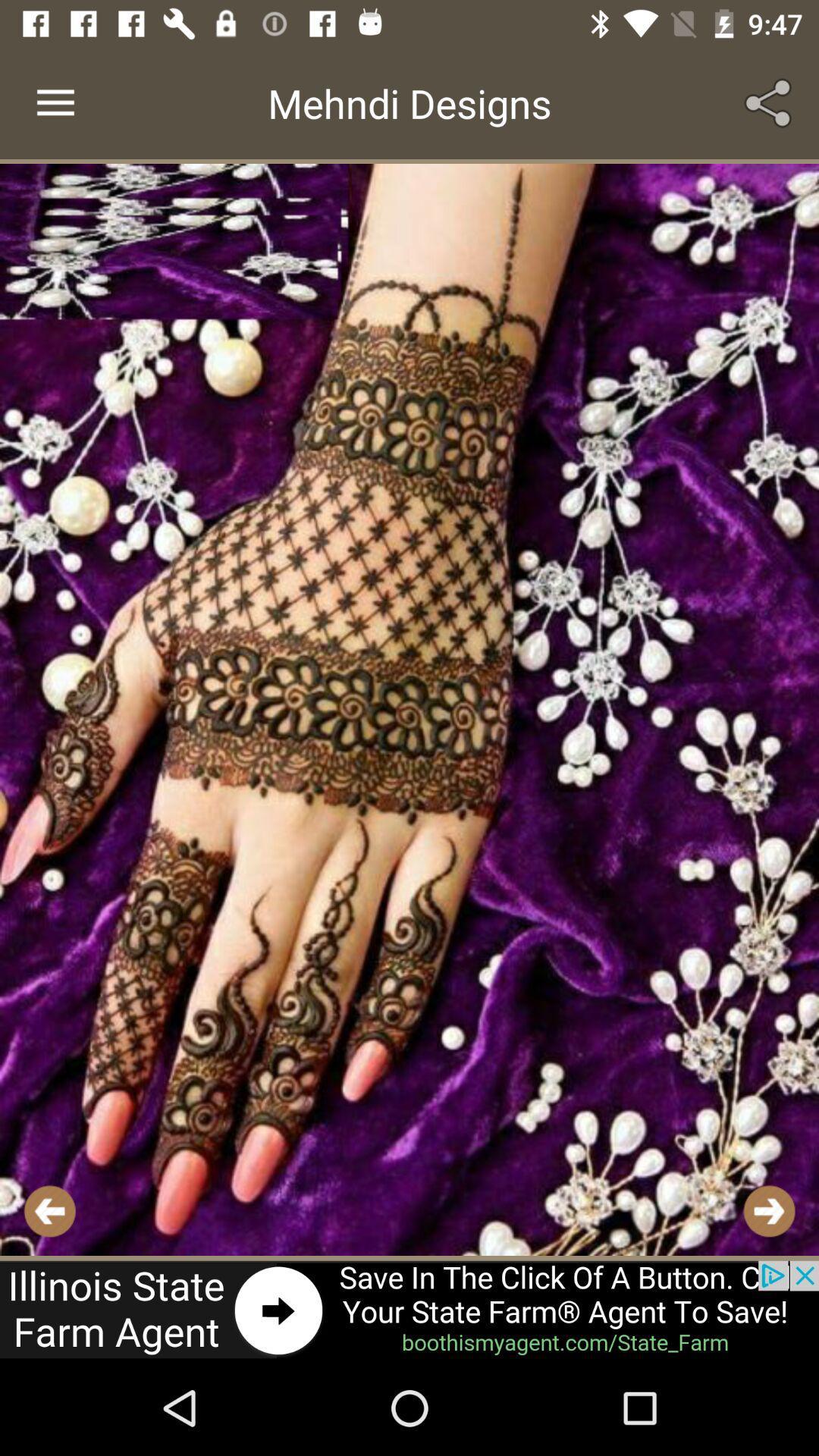 The height and width of the screenshot is (1456, 819). I want to click on mehndi designs with next button, so click(409, 709).